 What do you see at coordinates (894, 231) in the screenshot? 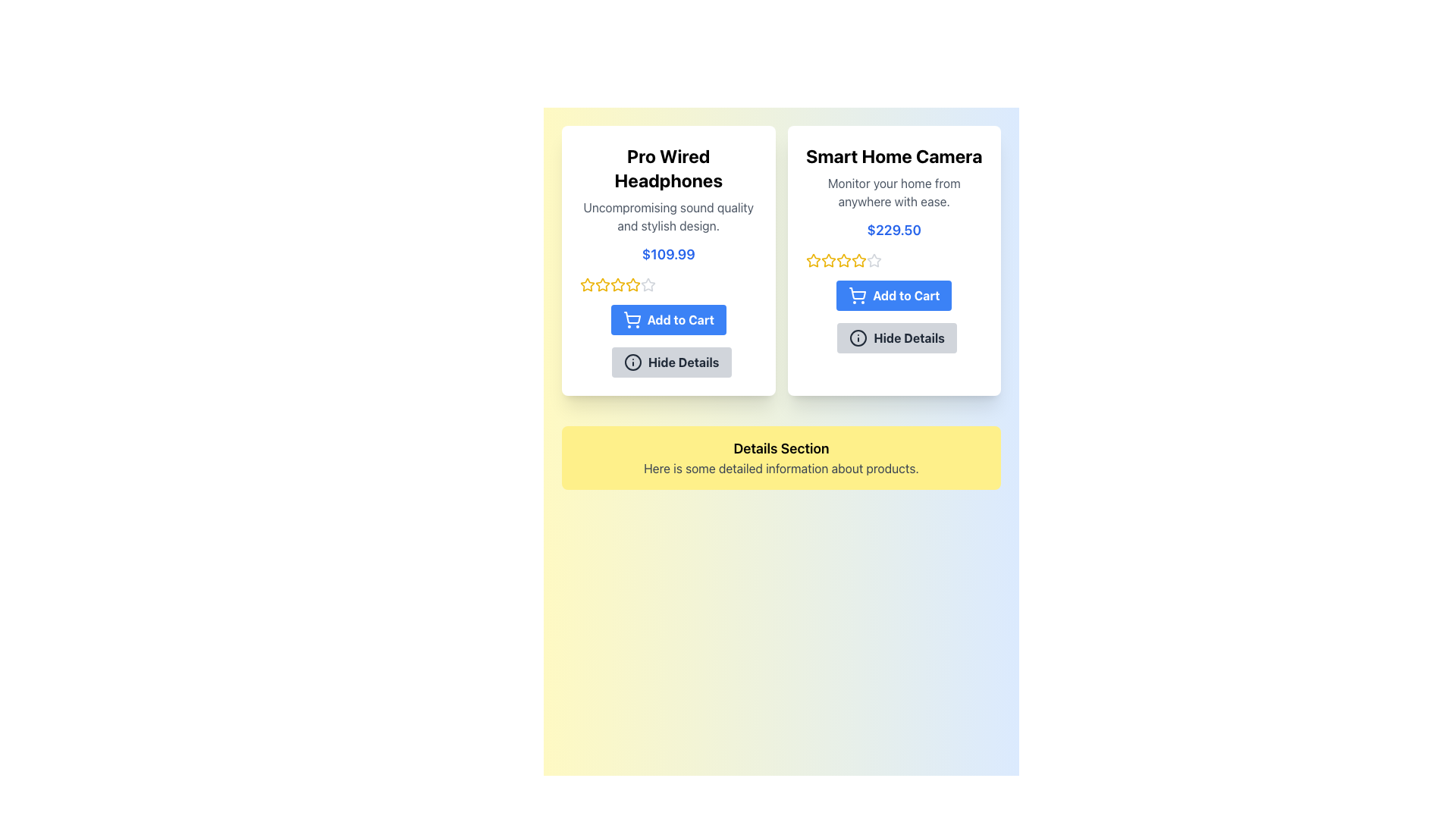
I see `price displayed in the Text Label located below the product description of the 'Smart Home Camera' and above the rating section` at bounding box center [894, 231].